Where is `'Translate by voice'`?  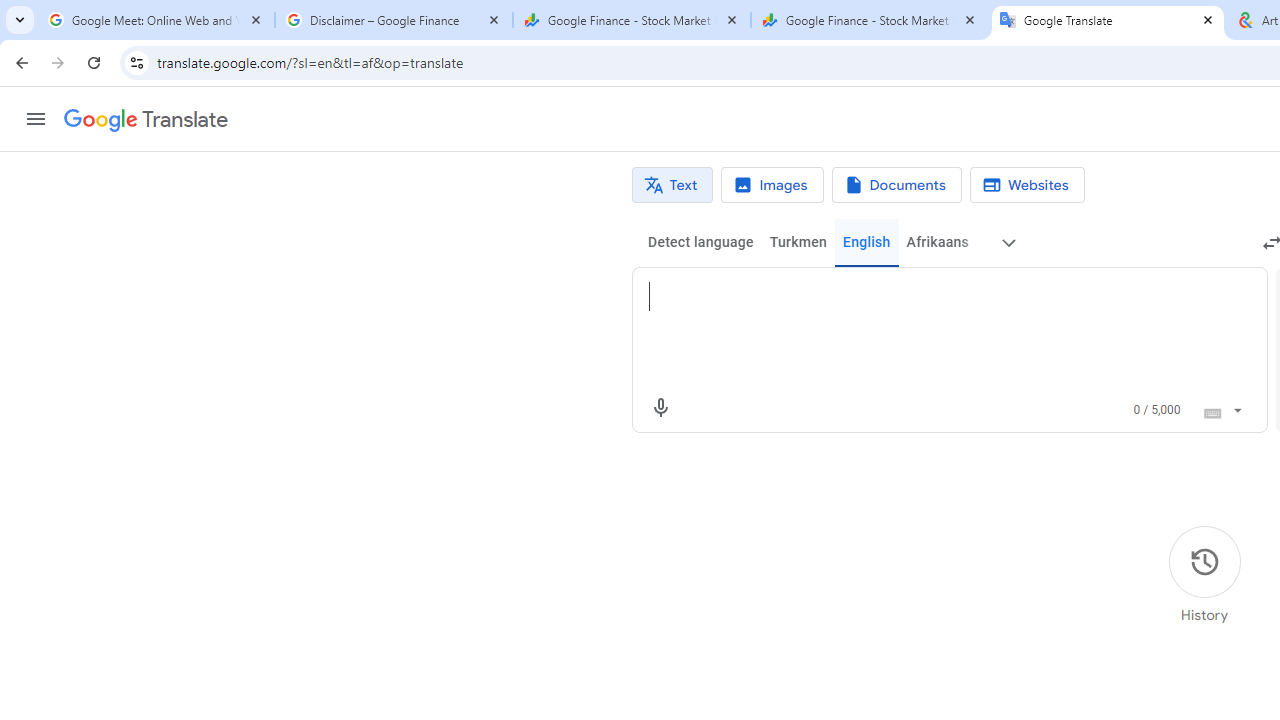 'Translate by voice' is located at coordinates (660, 406).